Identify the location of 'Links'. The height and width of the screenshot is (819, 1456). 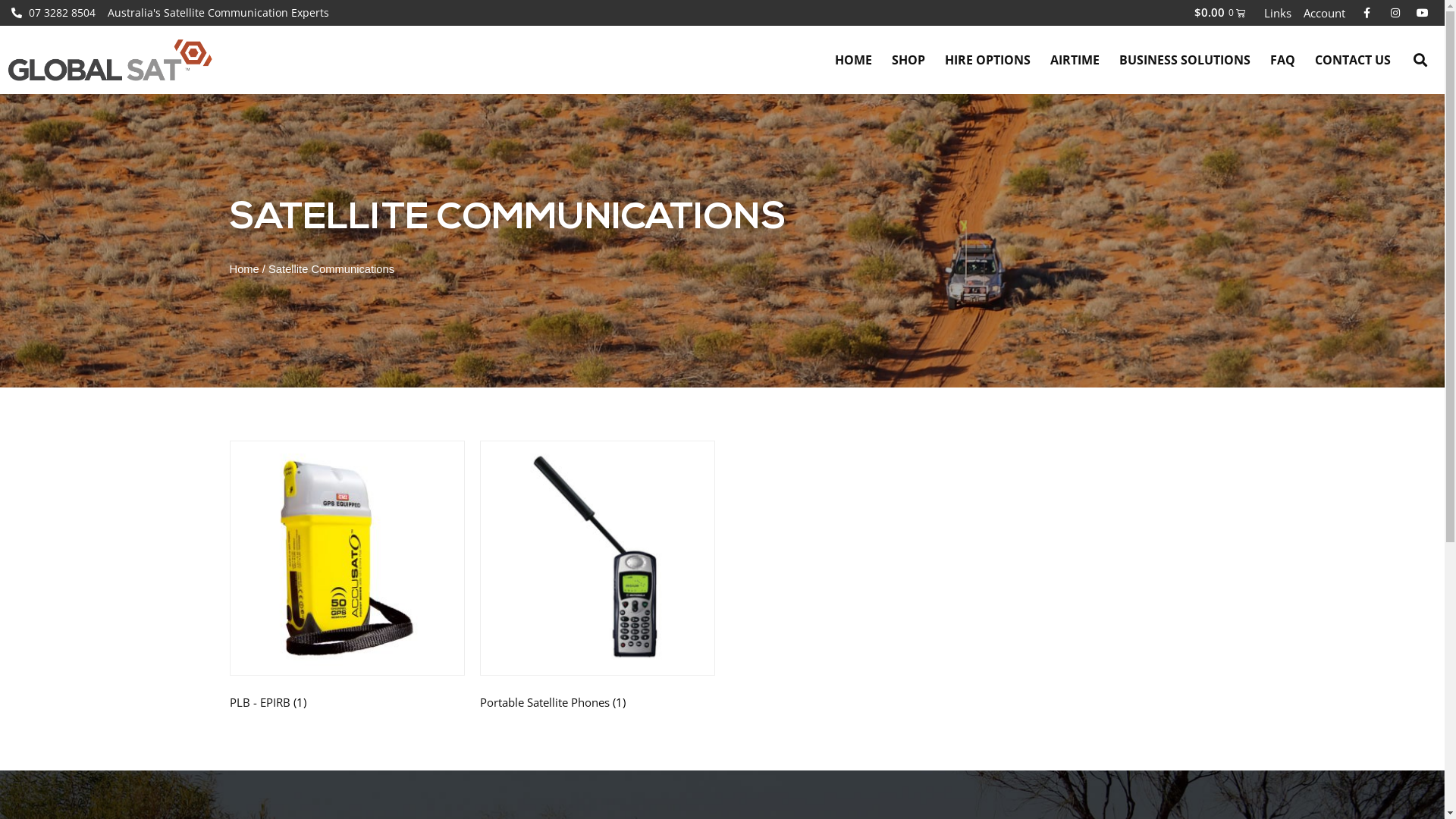
(1276, 12).